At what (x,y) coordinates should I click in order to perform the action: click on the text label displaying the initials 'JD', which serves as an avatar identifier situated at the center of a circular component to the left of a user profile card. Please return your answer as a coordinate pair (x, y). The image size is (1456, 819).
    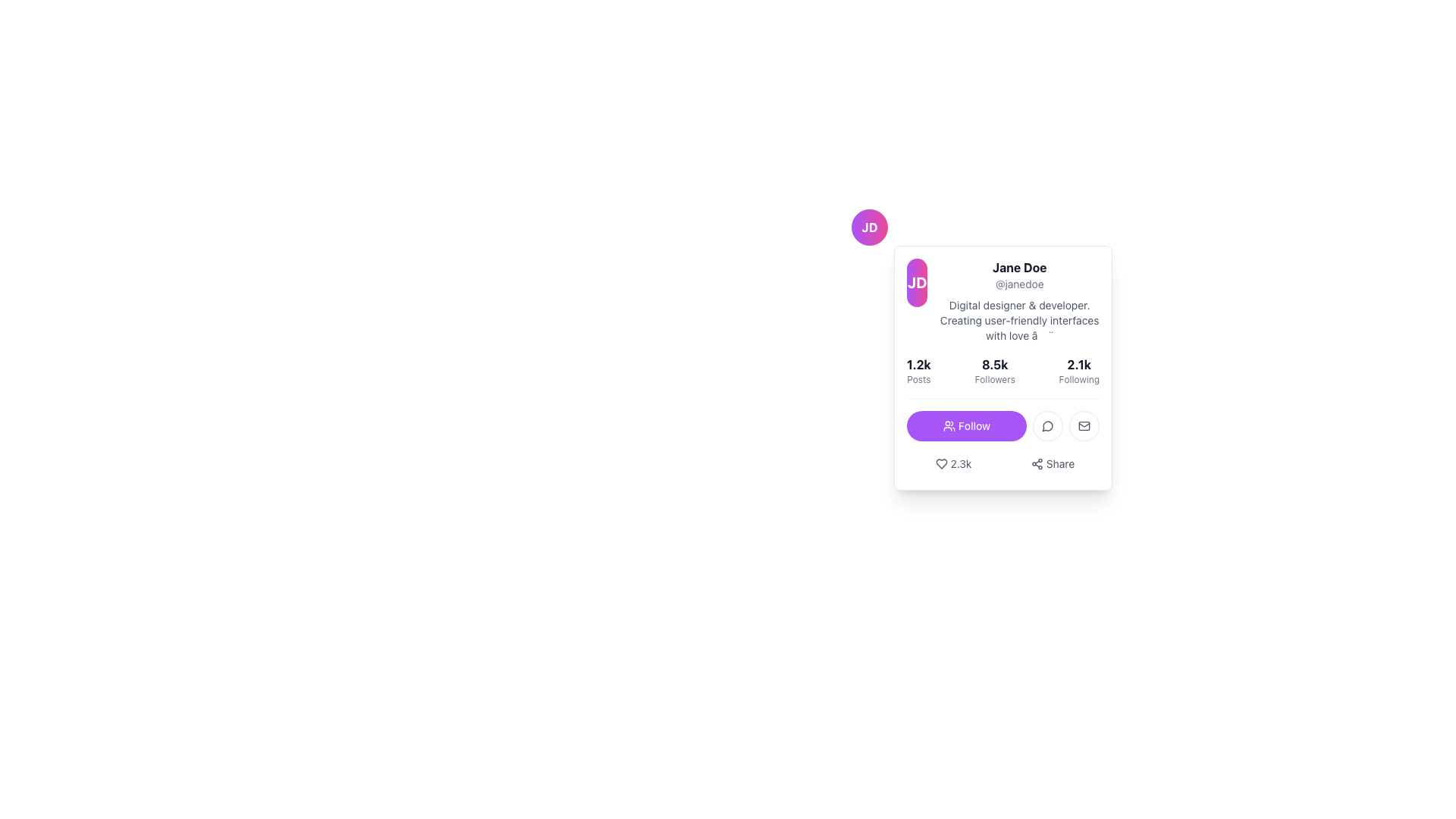
    Looking at the image, I should click on (916, 283).